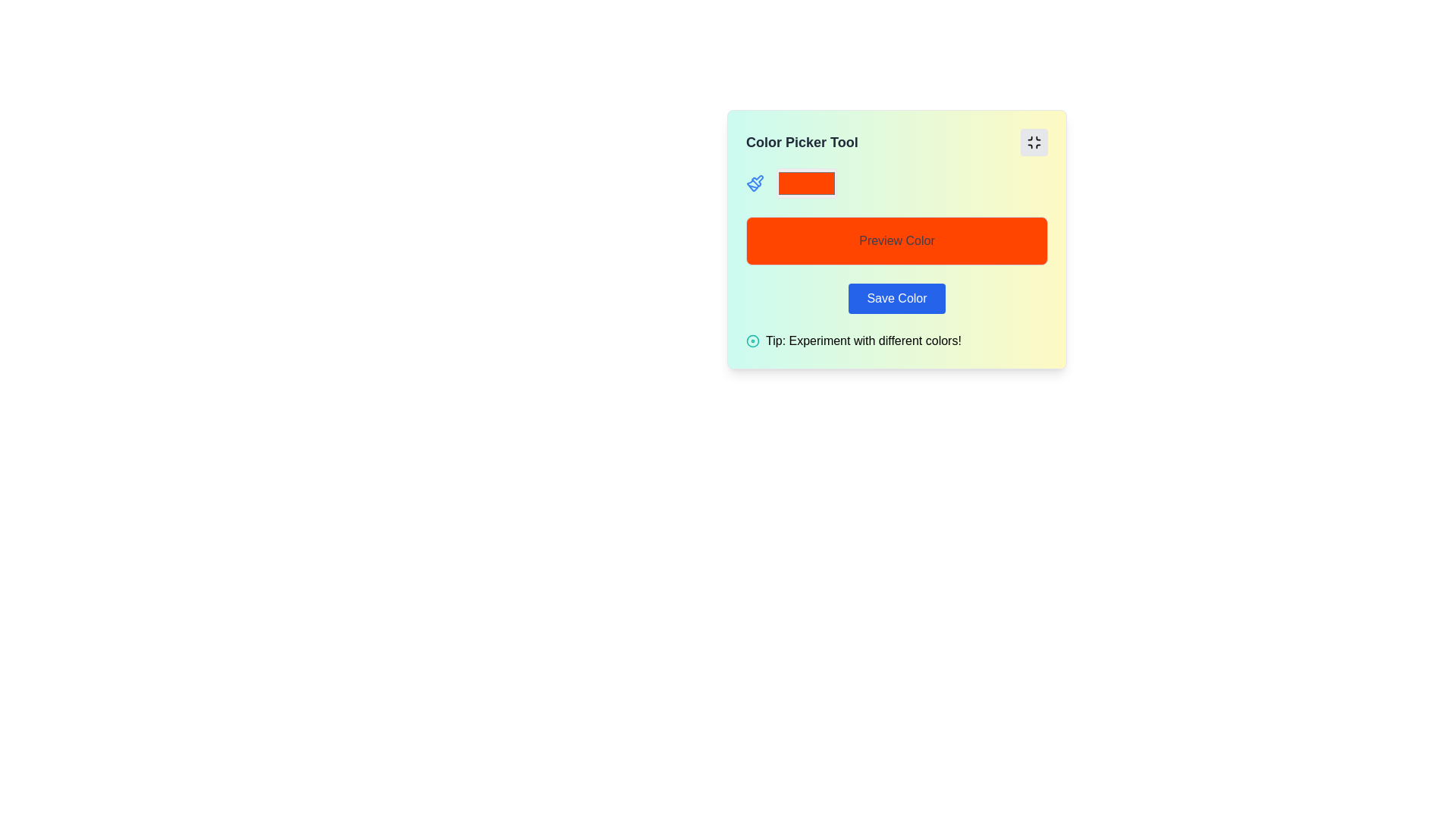  Describe the element at coordinates (806, 183) in the screenshot. I see `the color picker located within the 'Color Picker Tool' box` at that location.